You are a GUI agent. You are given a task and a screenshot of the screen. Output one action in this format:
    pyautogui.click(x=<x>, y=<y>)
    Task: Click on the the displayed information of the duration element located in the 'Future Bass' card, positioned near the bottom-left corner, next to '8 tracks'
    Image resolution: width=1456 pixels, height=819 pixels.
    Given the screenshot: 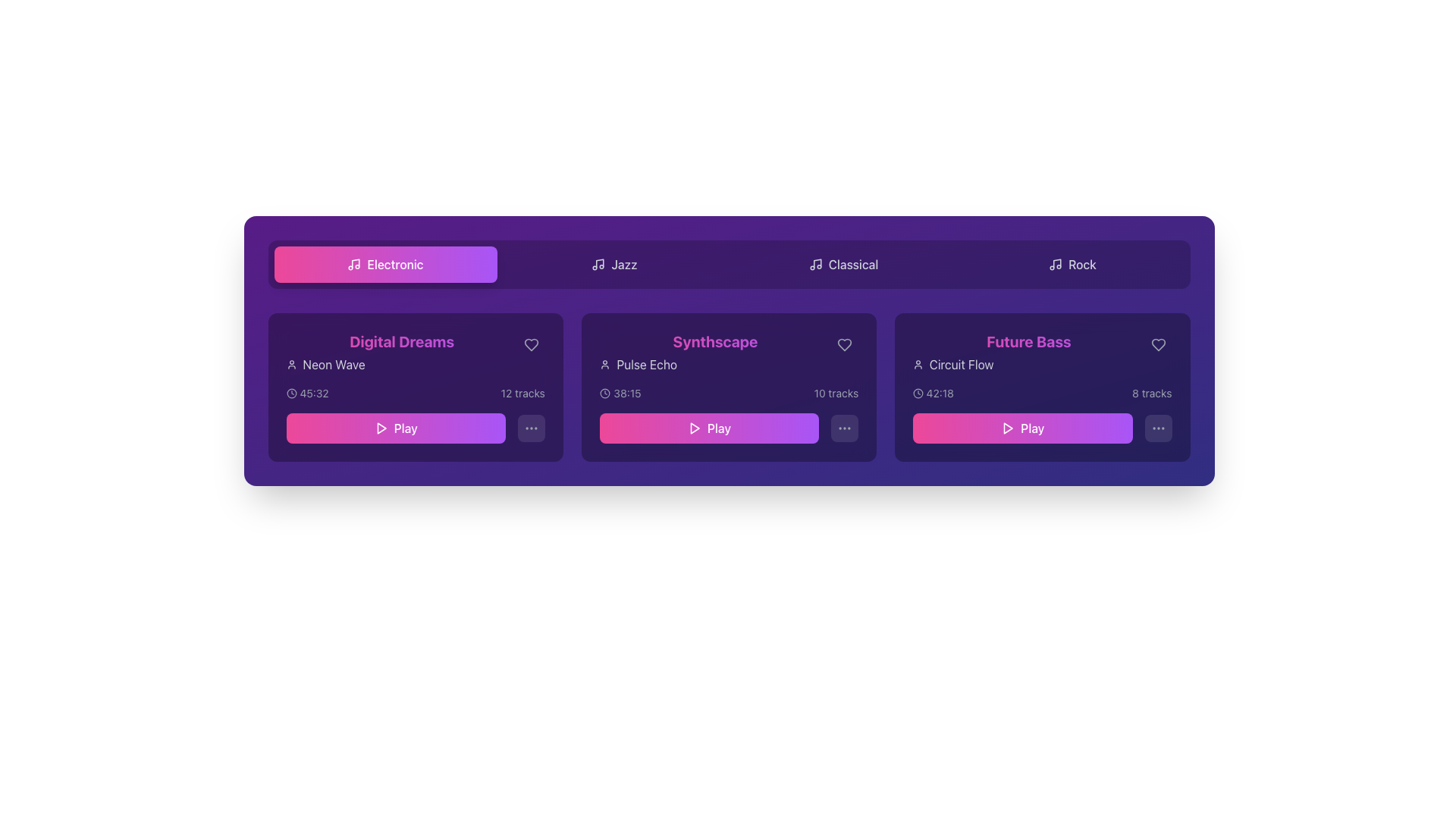 What is the action you would take?
    pyautogui.click(x=933, y=393)
    